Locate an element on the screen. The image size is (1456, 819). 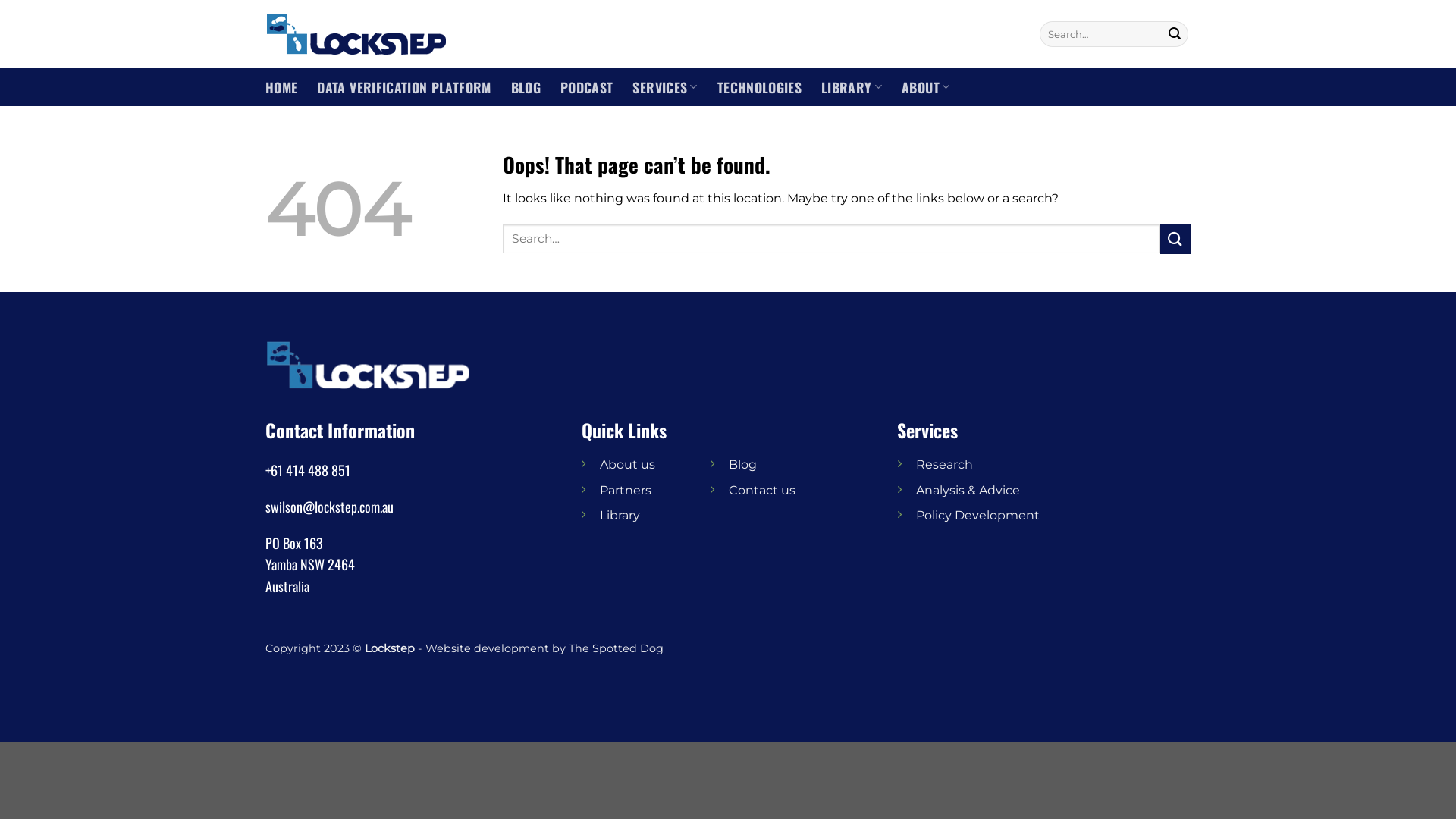
'Partners' is located at coordinates (626, 490).